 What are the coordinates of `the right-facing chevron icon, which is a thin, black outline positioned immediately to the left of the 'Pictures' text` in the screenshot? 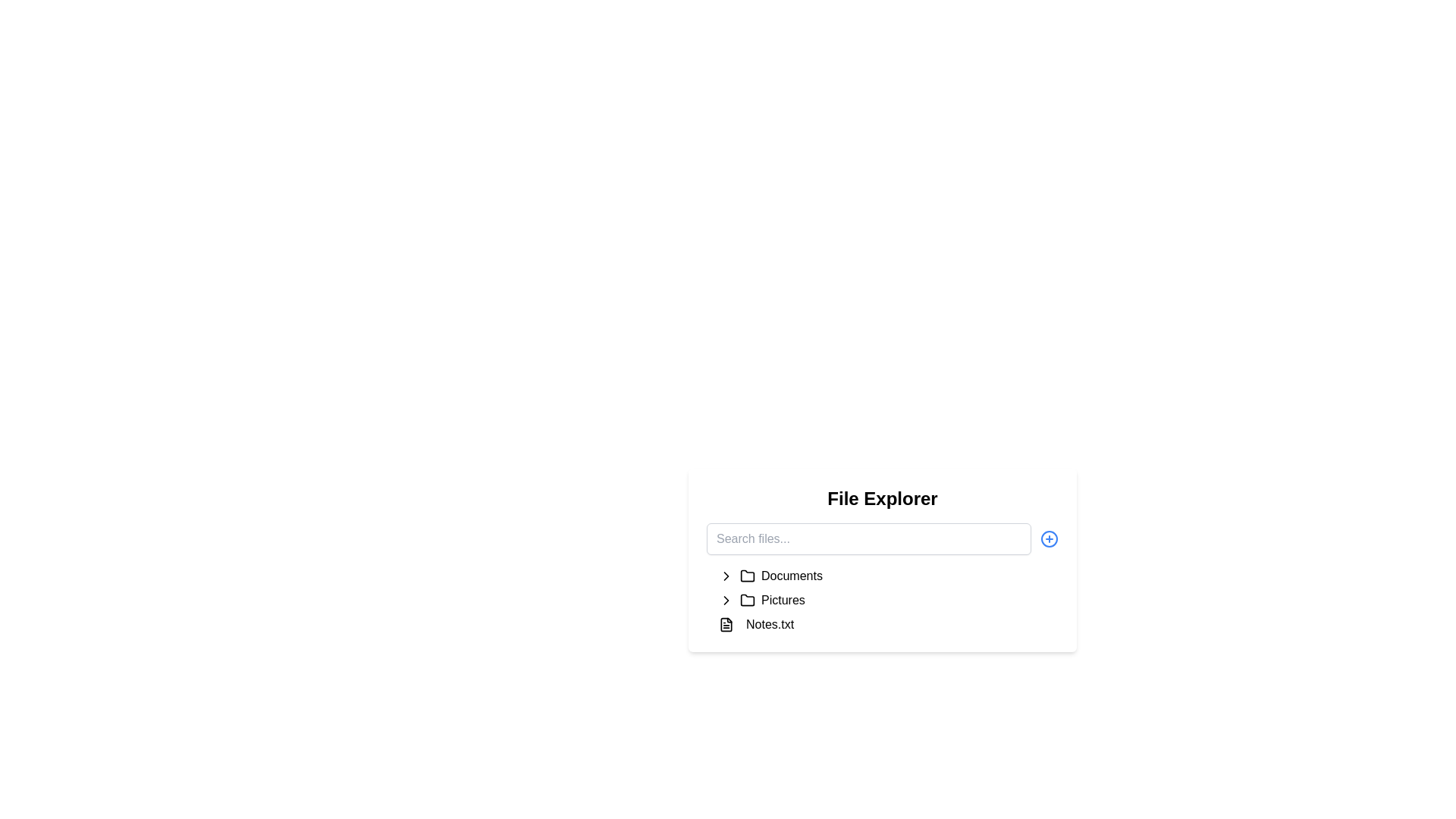 It's located at (726, 599).